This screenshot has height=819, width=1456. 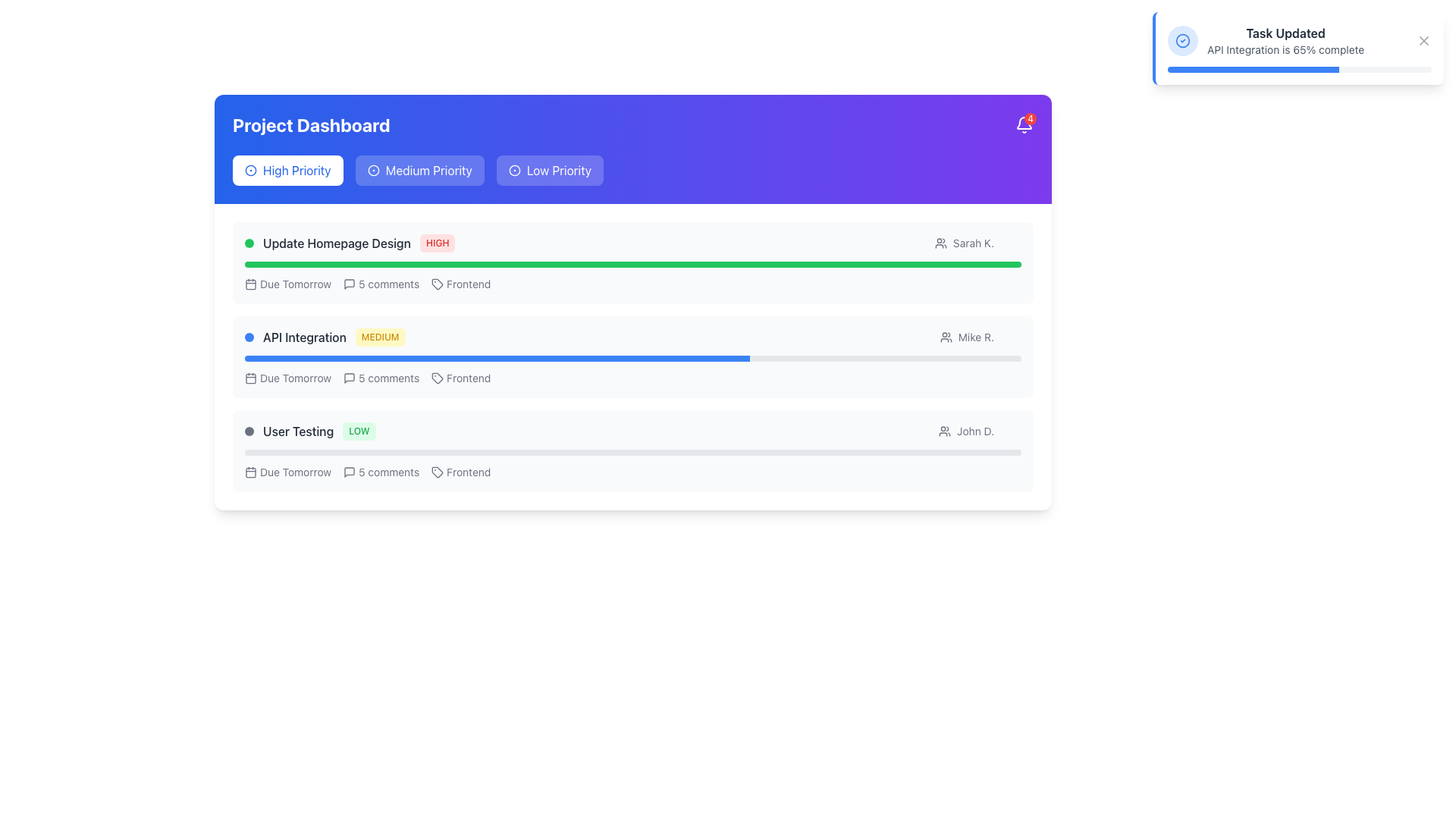 What do you see at coordinates (460, 284) in the screenshot?
I see `the label with an icon resembling a tag followed by the text 'Frontend', which is positioned in the 'Update Homepage Design' task description, to the right of 'Due Tomorrow' and '5 comments'` at bounding box center [460, 284].